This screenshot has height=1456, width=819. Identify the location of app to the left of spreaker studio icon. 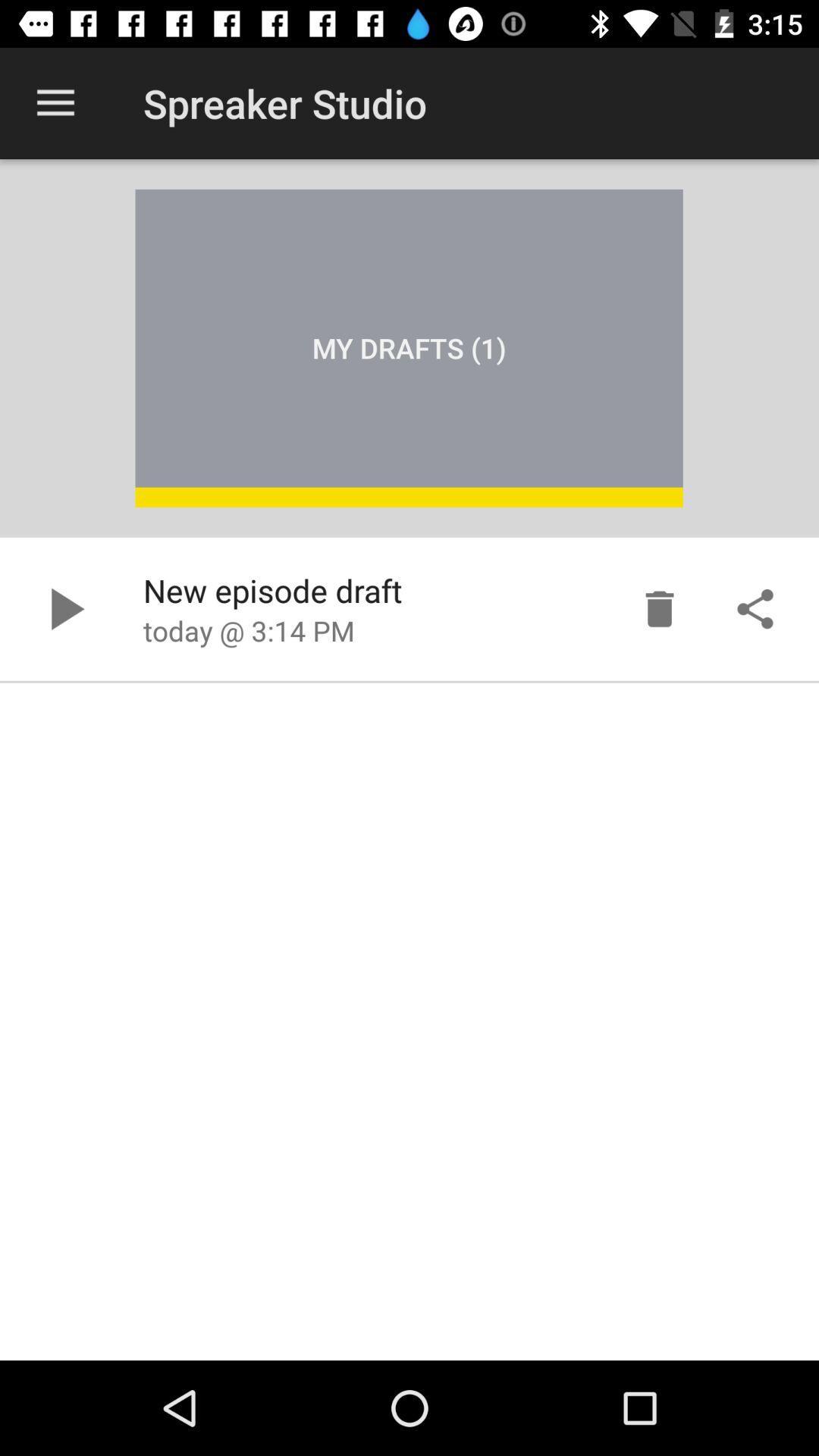
(55, 102).